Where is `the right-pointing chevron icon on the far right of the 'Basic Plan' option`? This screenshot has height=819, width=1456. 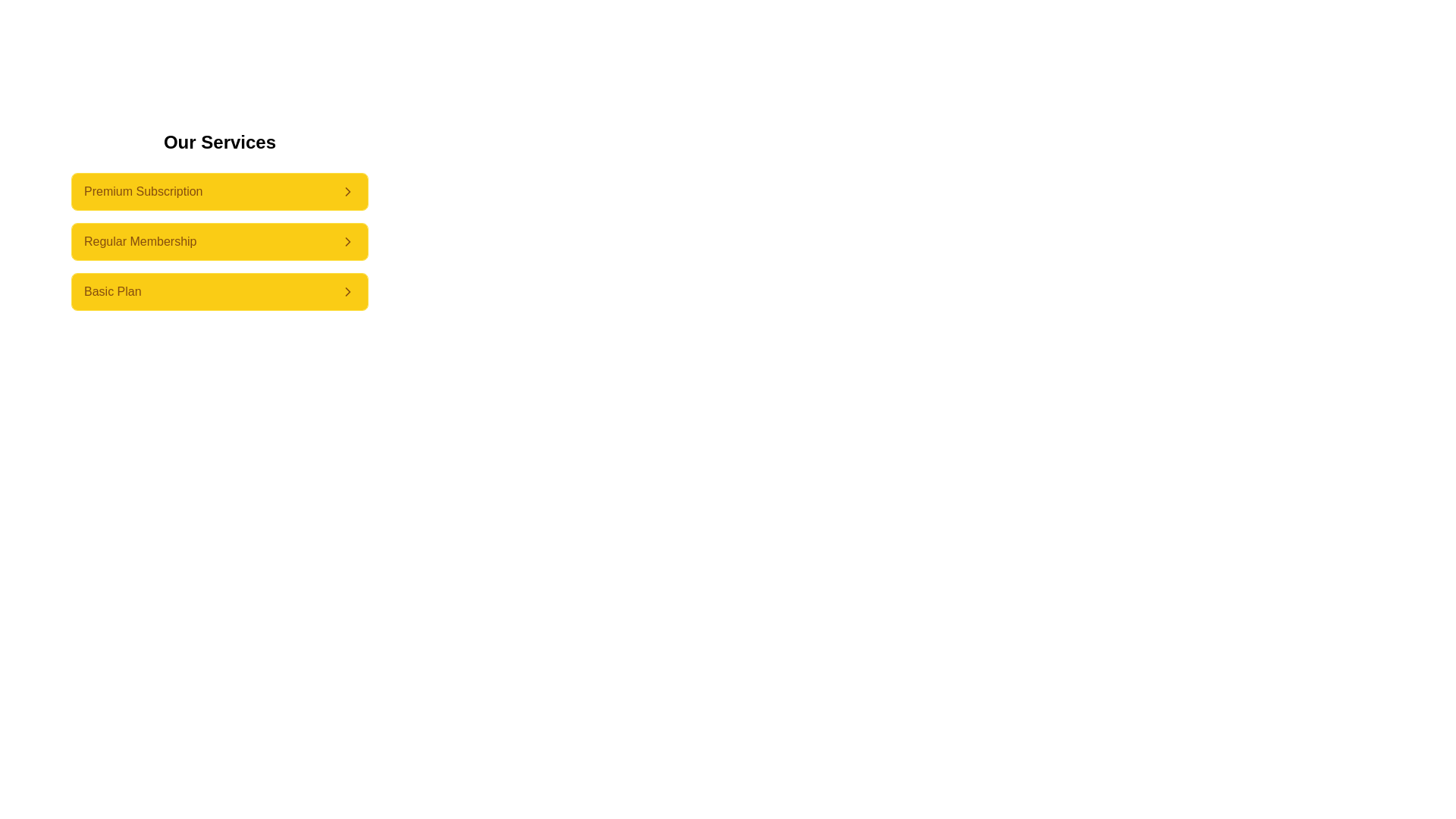 the right-pointing chevron icon on the far right of the 'Basic Plan' option is located at coordinates (347, 292).